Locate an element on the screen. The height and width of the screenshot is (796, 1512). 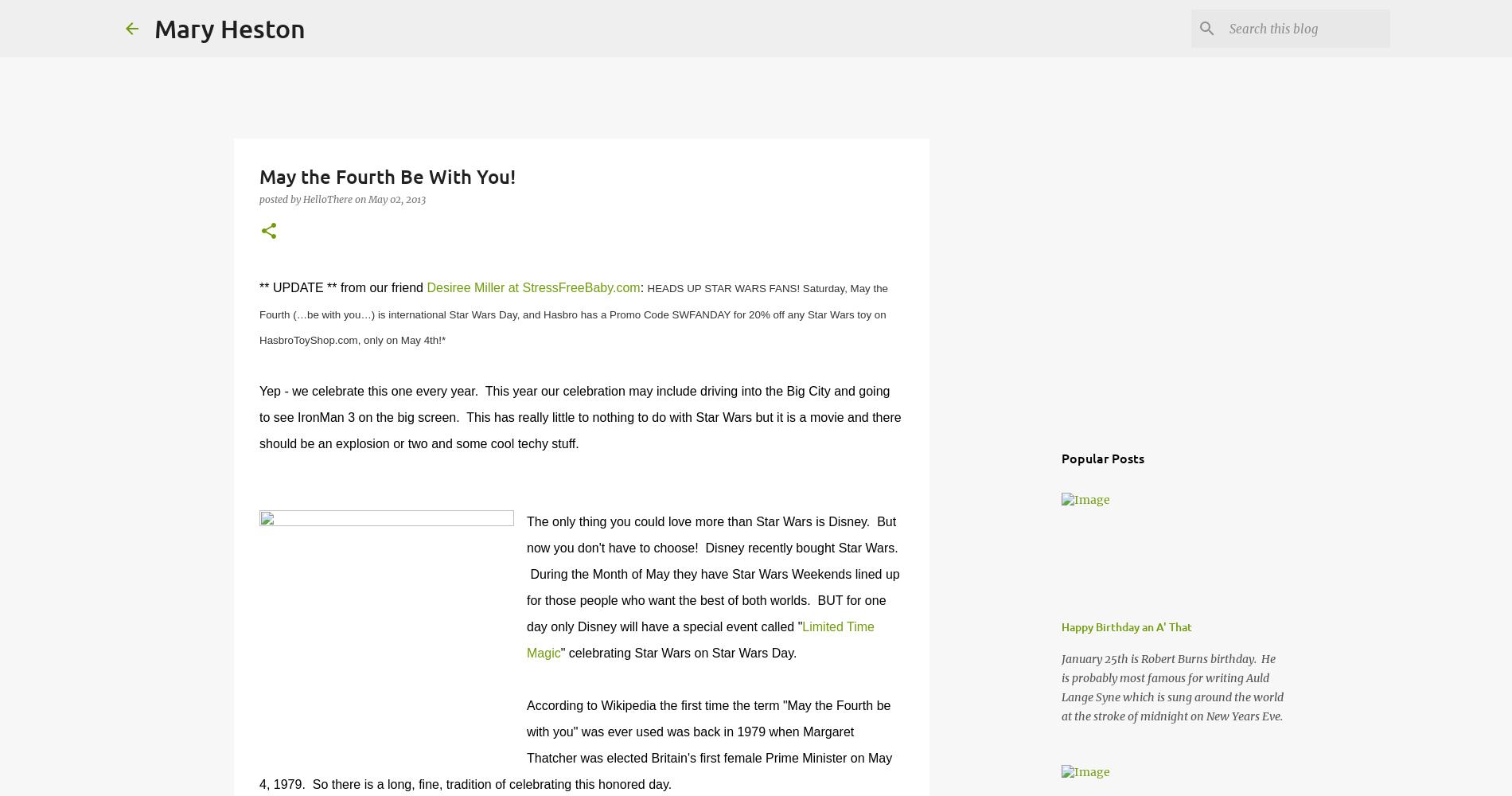
'HEADS UP STAR WARS FANS! Saturday, May the Fourth (…be with you…) is international Star Wars Day, and Hasbro has a Promo Code SWFANDAY for 20% off any Star Wars toy on HasbroToyShop.com, only on May 4th!*' is located at coordinates (573, 314).